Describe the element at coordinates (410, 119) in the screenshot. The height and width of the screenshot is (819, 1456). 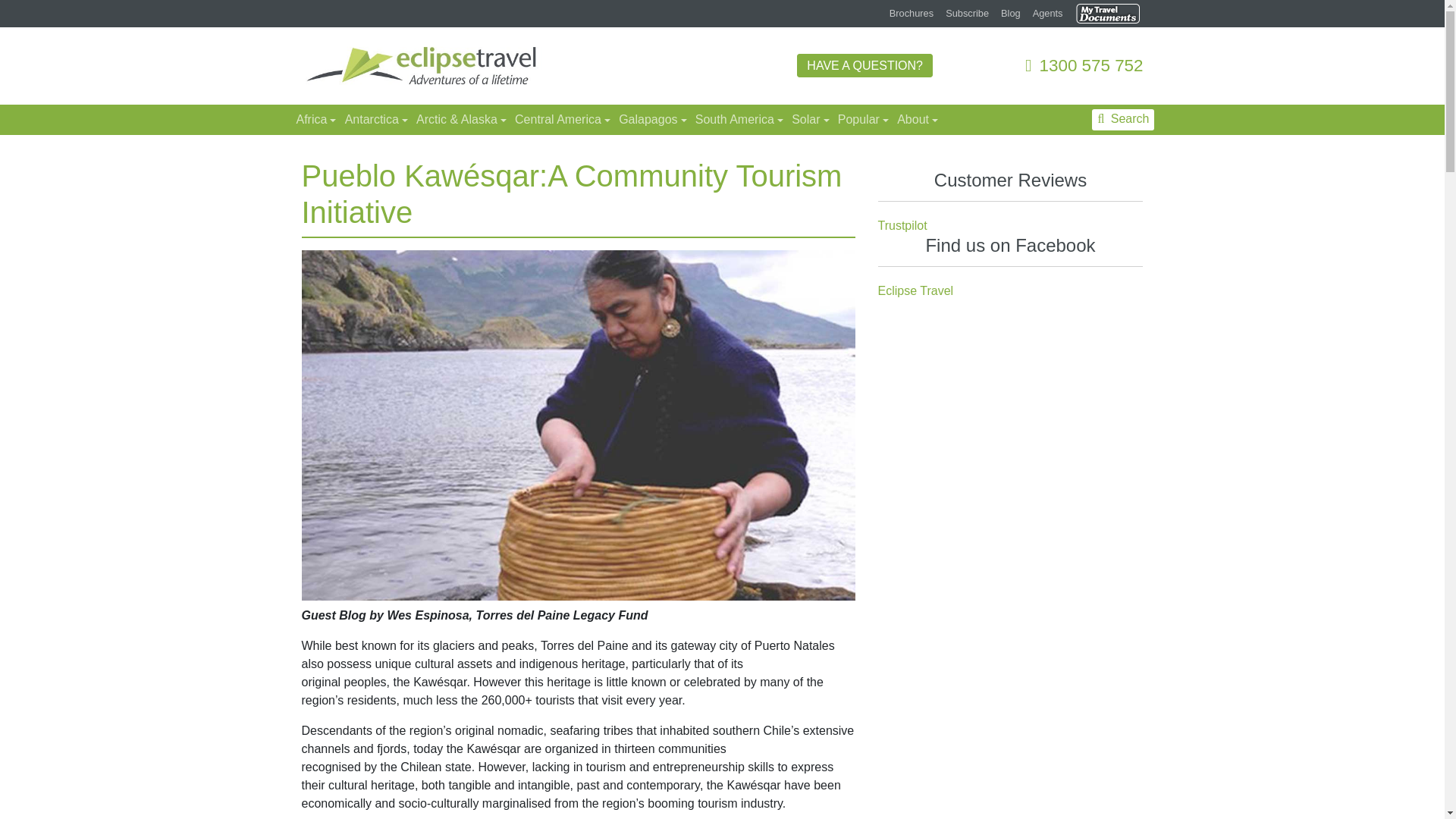
I see `'Arctic & Alaska'` at that location.